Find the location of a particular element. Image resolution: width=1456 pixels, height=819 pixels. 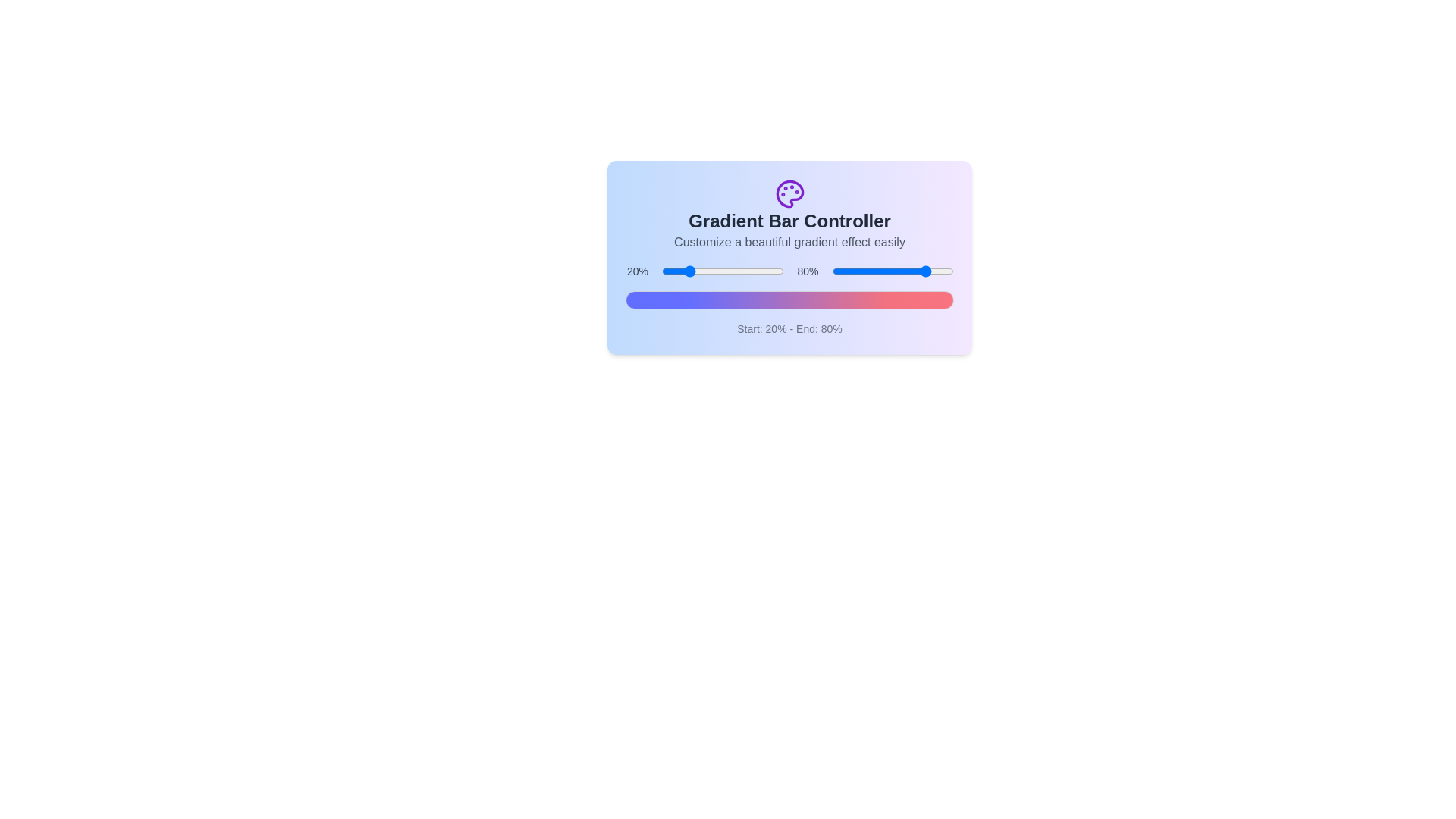

the start percentage slider to 59% is located at coordinates (733, 271).